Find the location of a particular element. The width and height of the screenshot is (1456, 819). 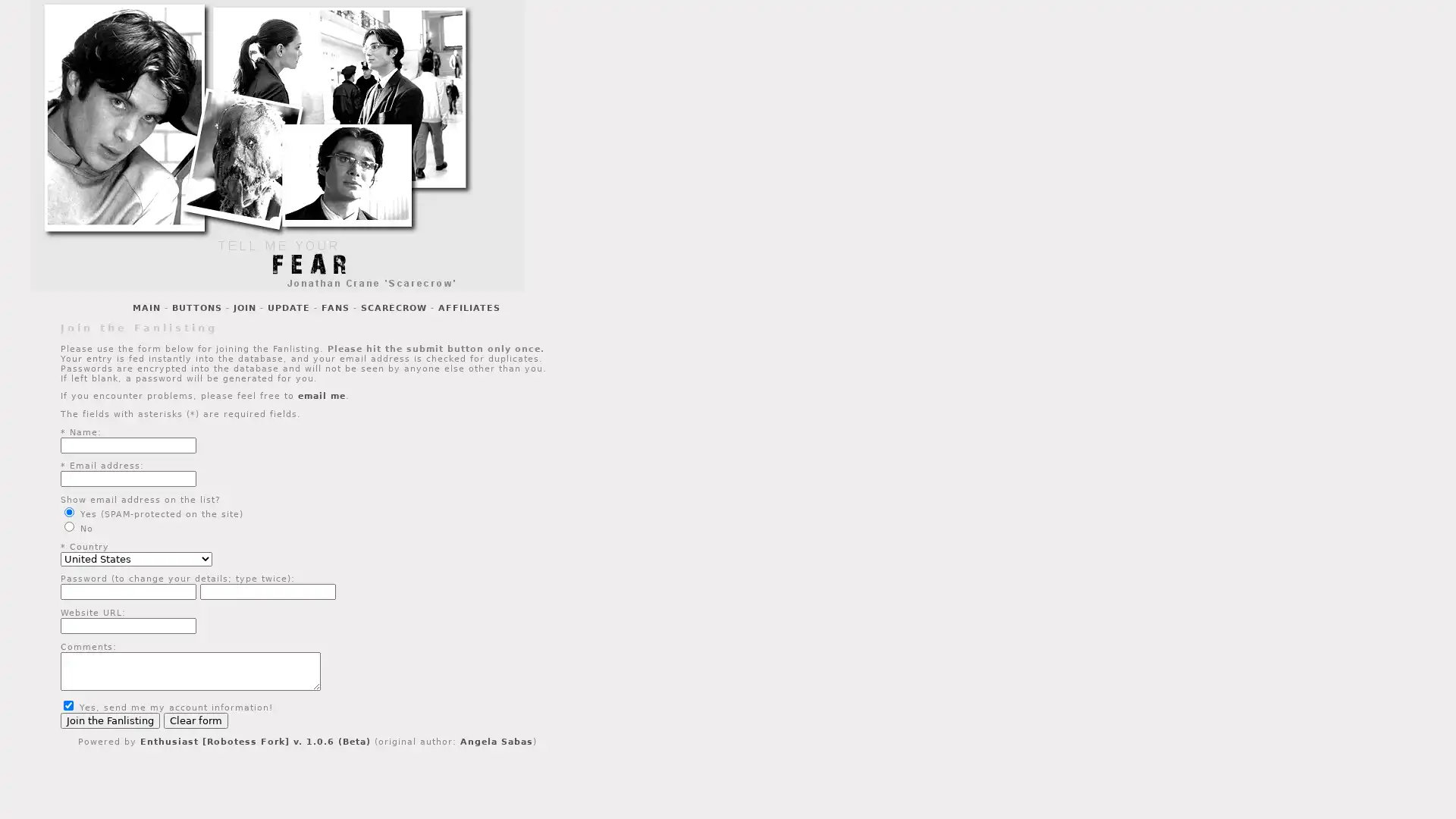

Clear form is located at coordinates (195, 720).